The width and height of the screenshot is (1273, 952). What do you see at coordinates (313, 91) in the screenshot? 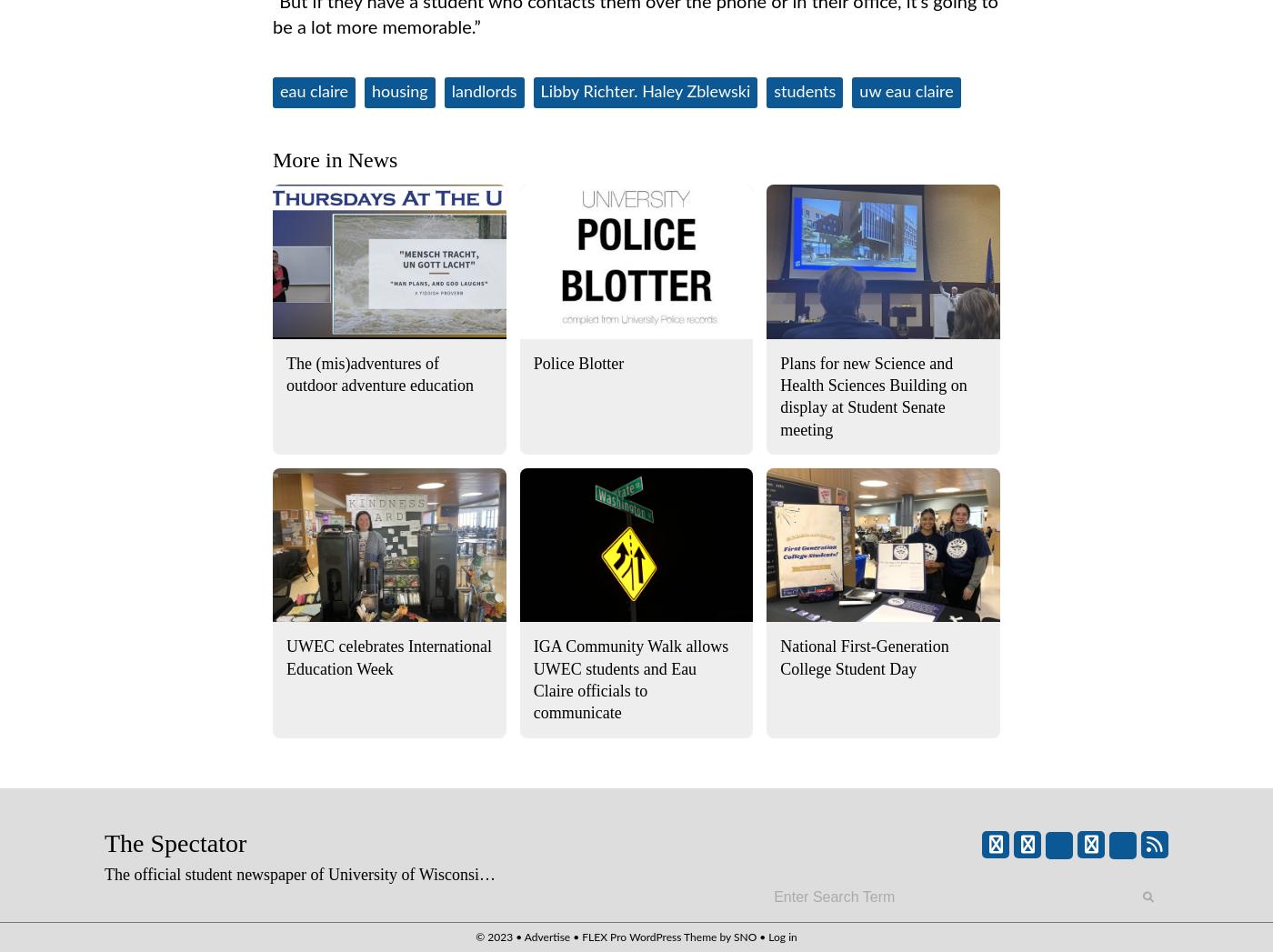
I see `'eau claire'` at bounding box center [313, 91].